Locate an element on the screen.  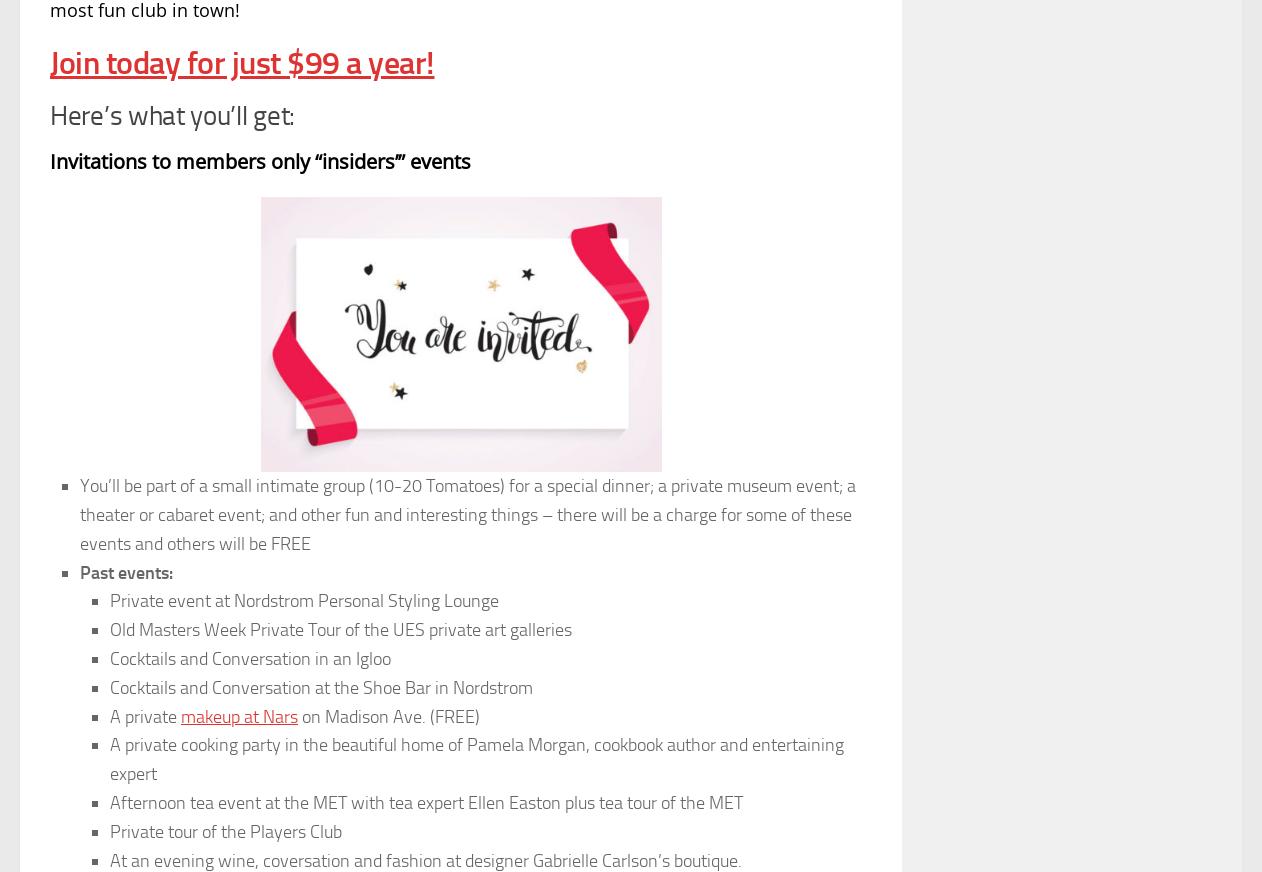
'Invitations to members only “insiders’” events' is located at coordinates (259, 161).